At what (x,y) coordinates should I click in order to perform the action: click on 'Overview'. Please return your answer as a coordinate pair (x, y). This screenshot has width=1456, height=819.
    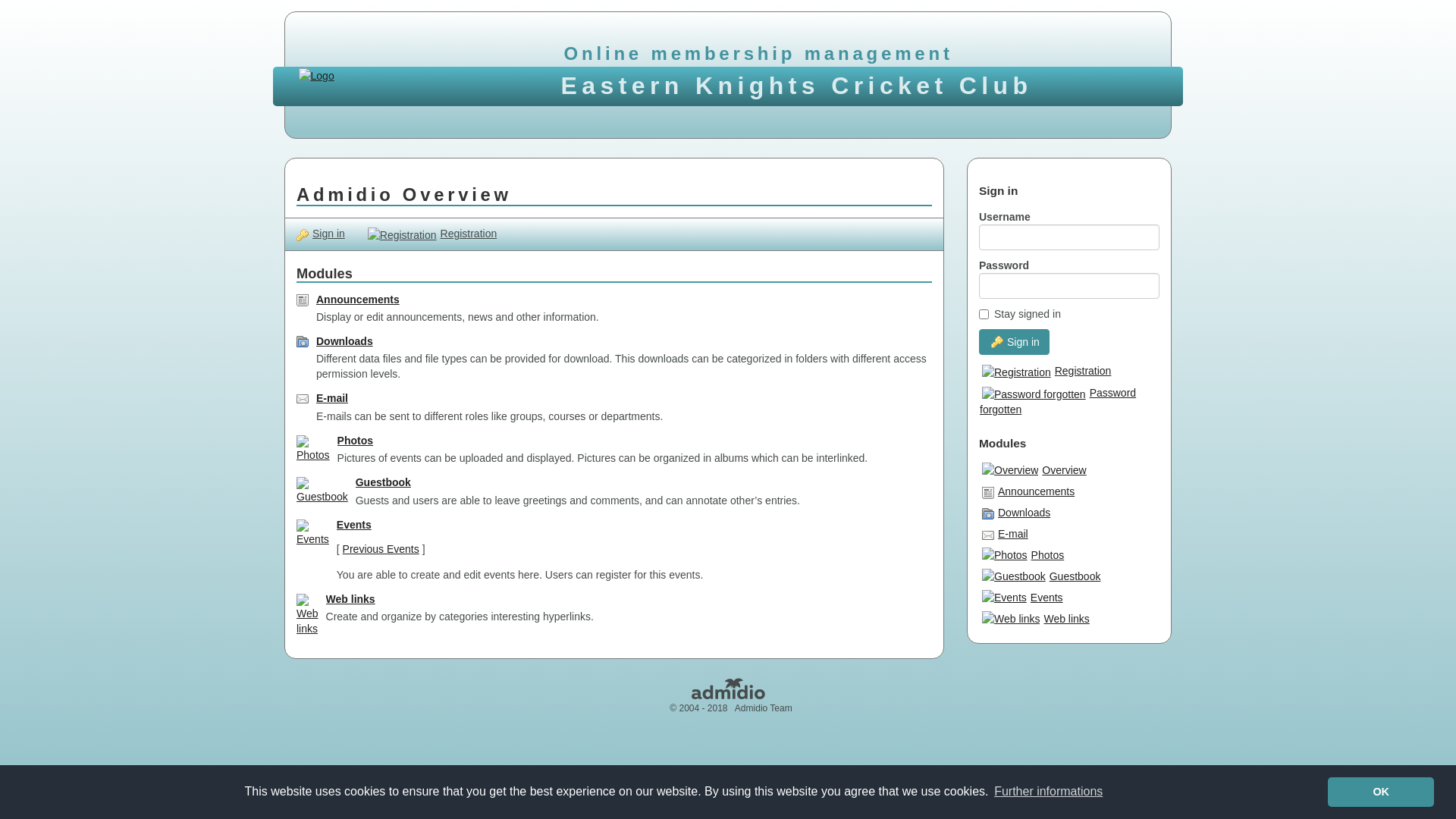
    Looking at the image, I should click on (1037, 472).